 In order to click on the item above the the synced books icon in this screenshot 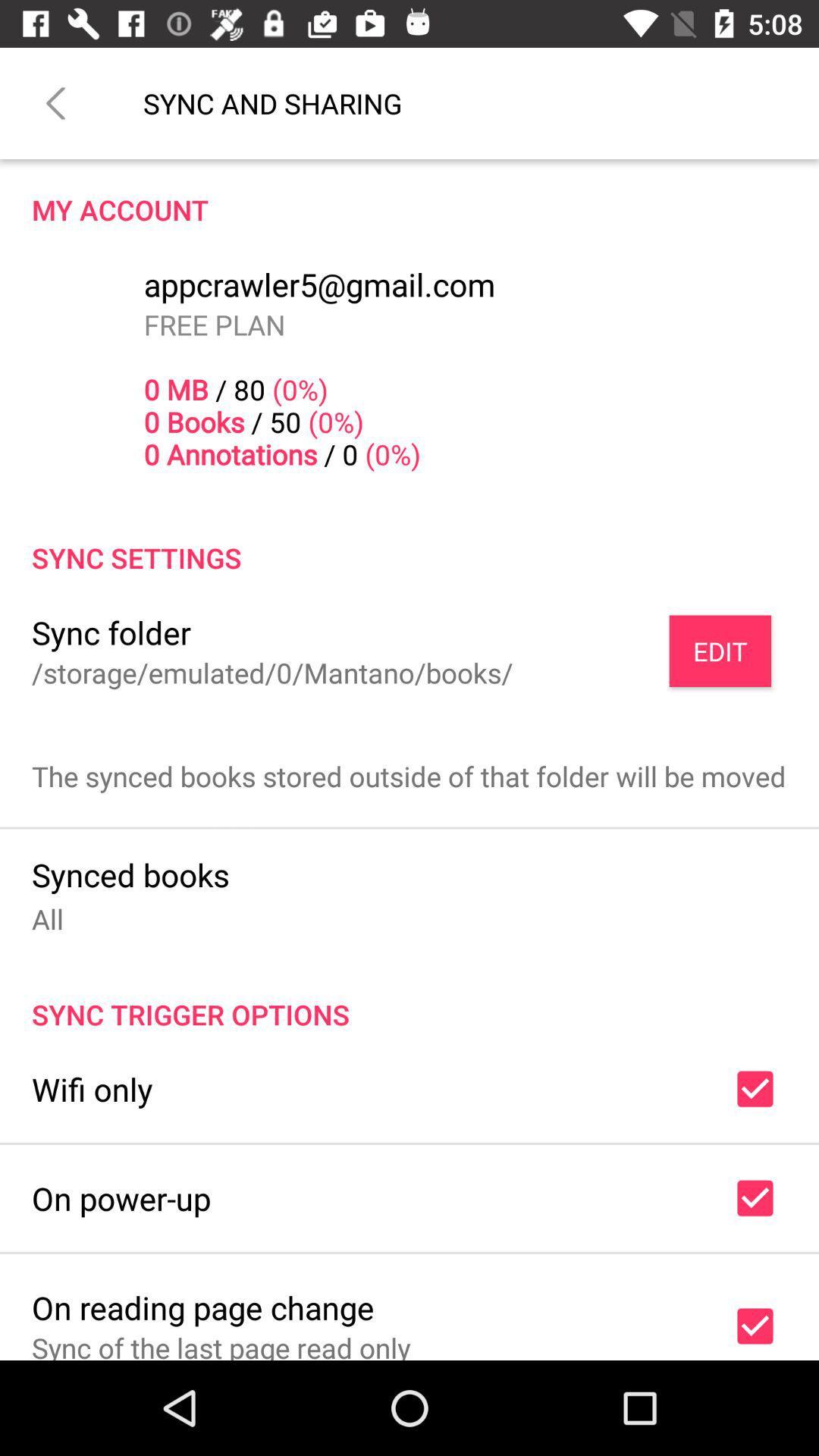, I will do `click(719, 651)`.